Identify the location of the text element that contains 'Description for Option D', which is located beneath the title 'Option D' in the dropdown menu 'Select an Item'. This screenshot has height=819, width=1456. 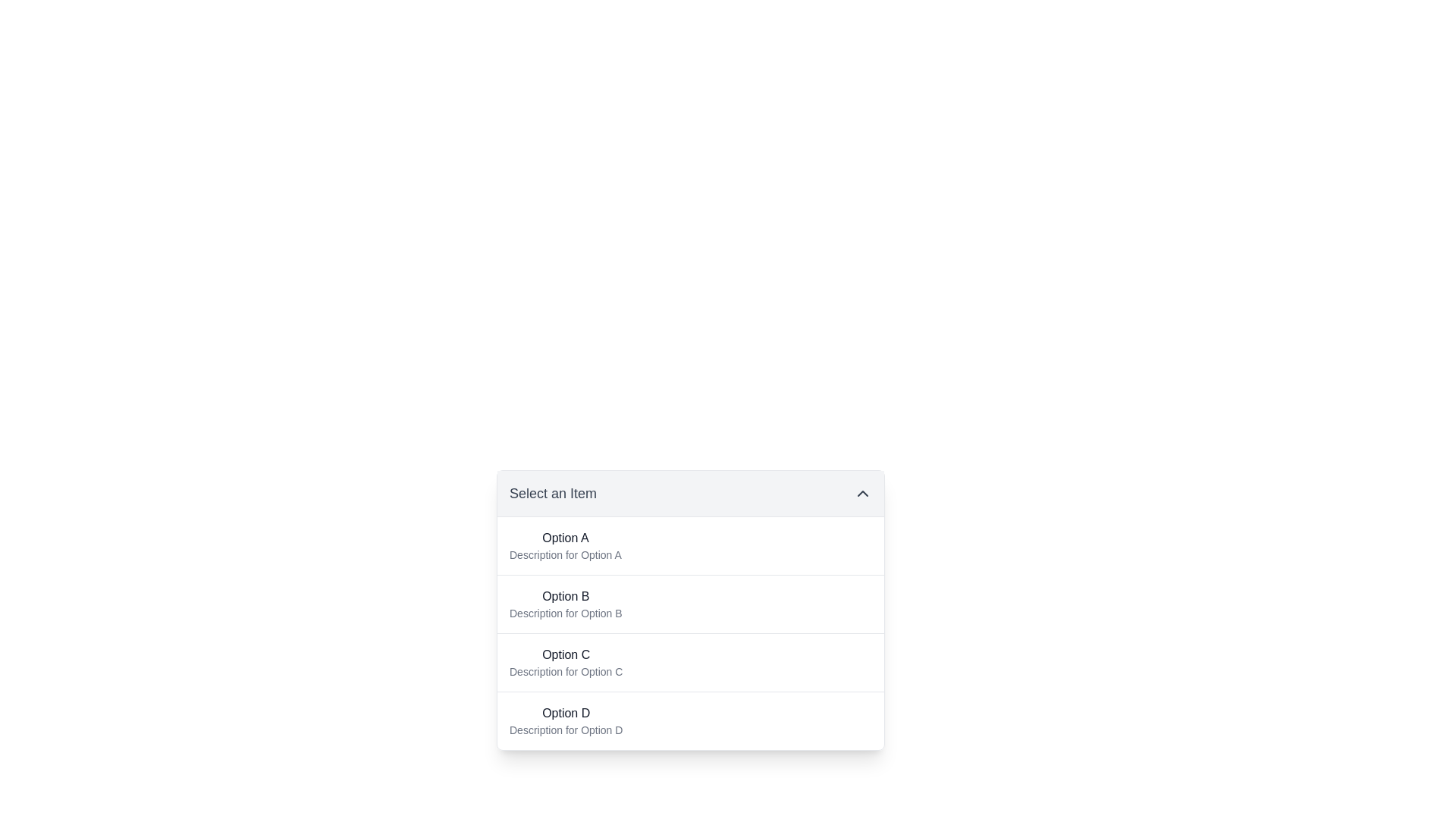
(565, 730).